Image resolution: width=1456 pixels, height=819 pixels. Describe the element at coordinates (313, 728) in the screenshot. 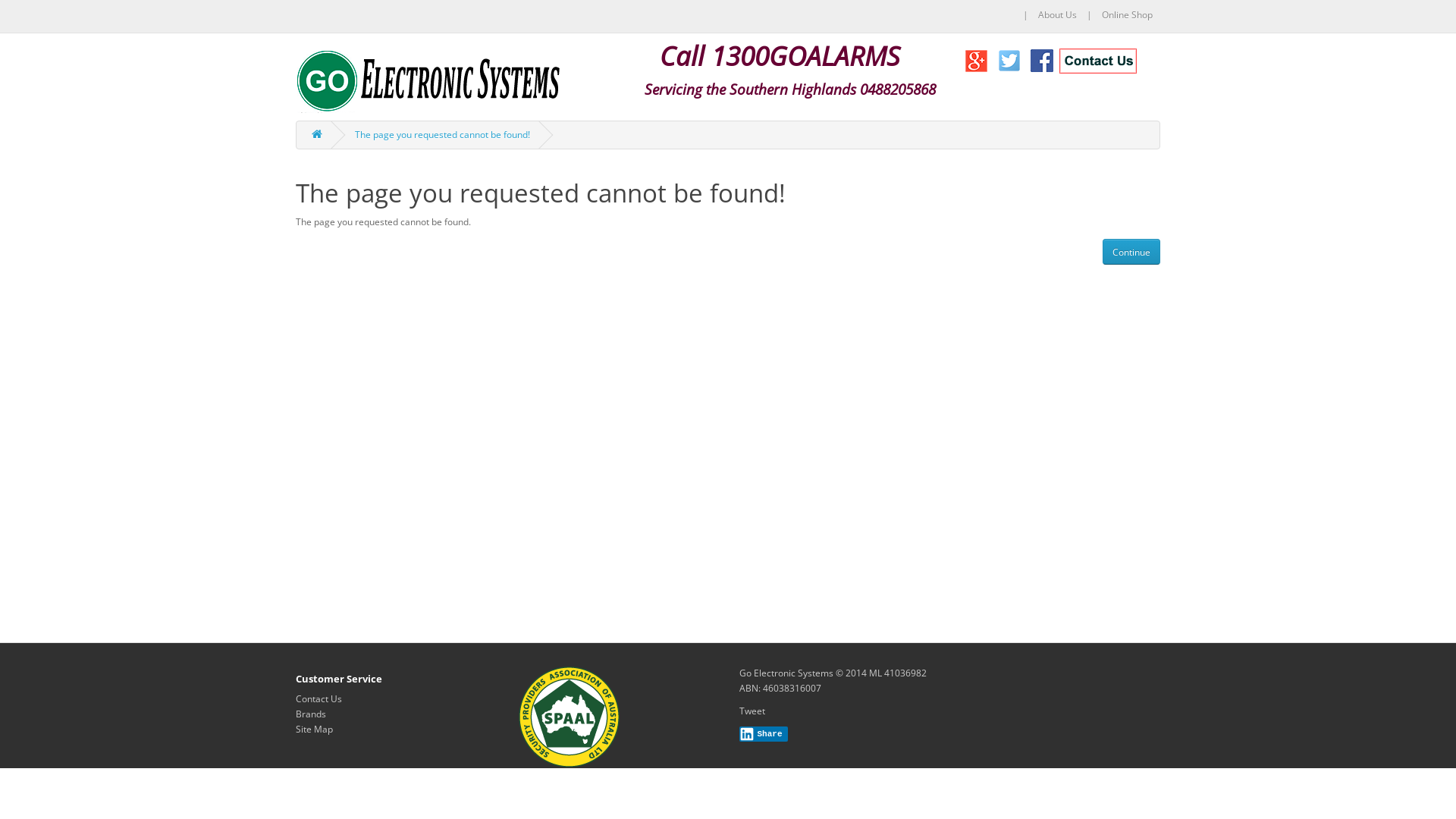

I see `'Site Map'` at that location.